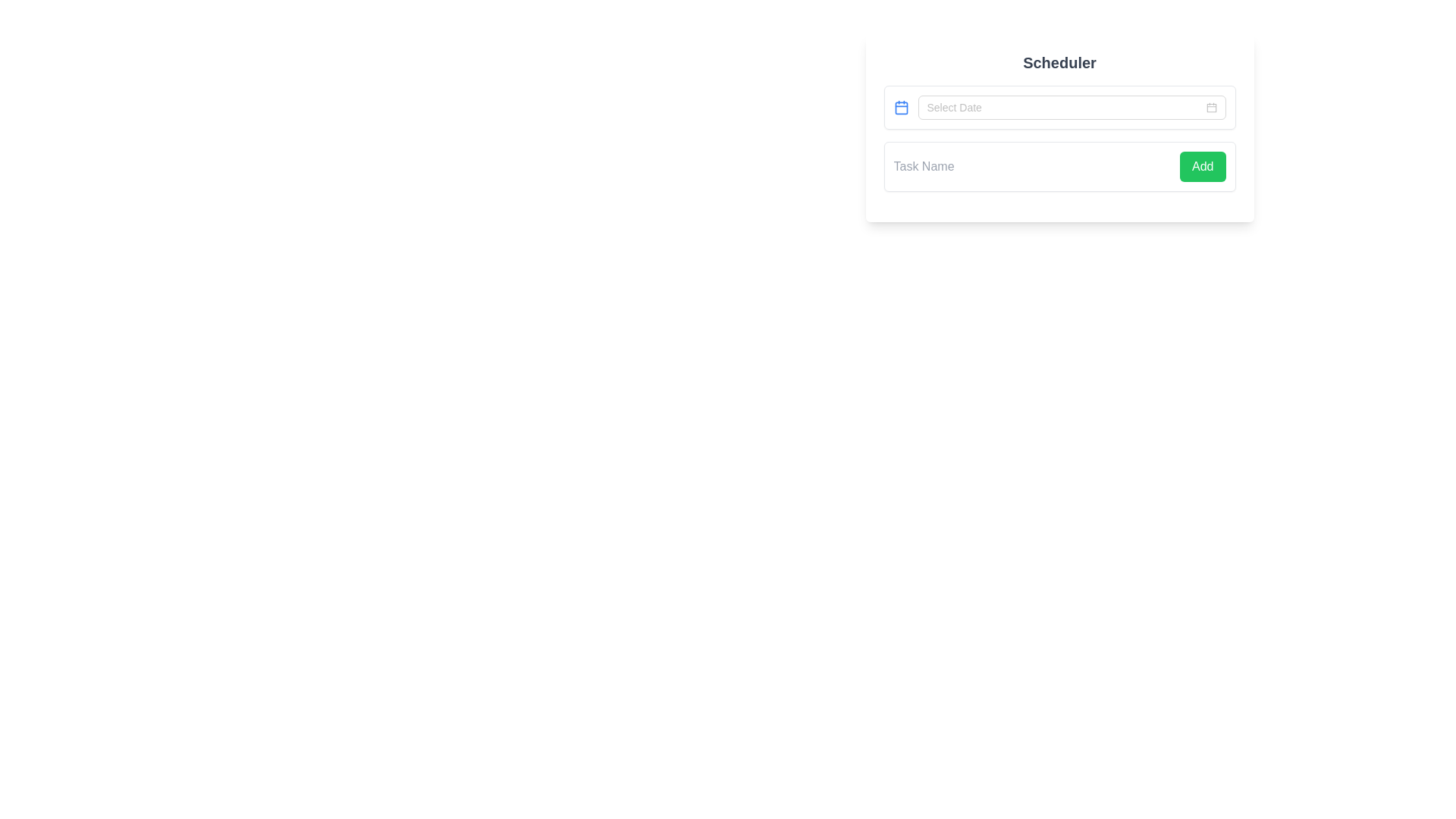 The width and height of the screenshot is (1456, 819). I want to click on the input field of the date picker UI component located directly beneath the 'Scheduler' header for keyboard navigation, so click(1059, 107).